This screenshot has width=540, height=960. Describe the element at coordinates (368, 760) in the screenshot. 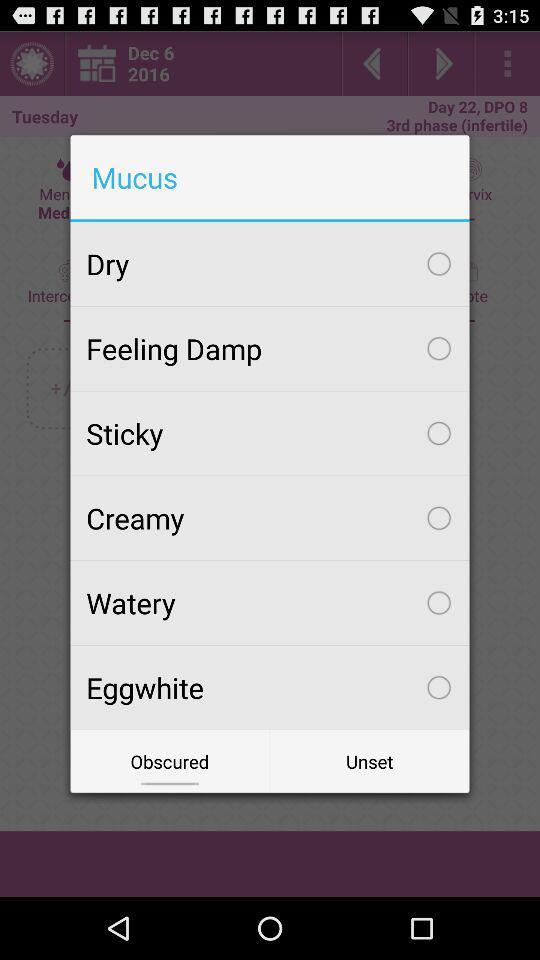

I see `unset at the bottom right corner` at that location.